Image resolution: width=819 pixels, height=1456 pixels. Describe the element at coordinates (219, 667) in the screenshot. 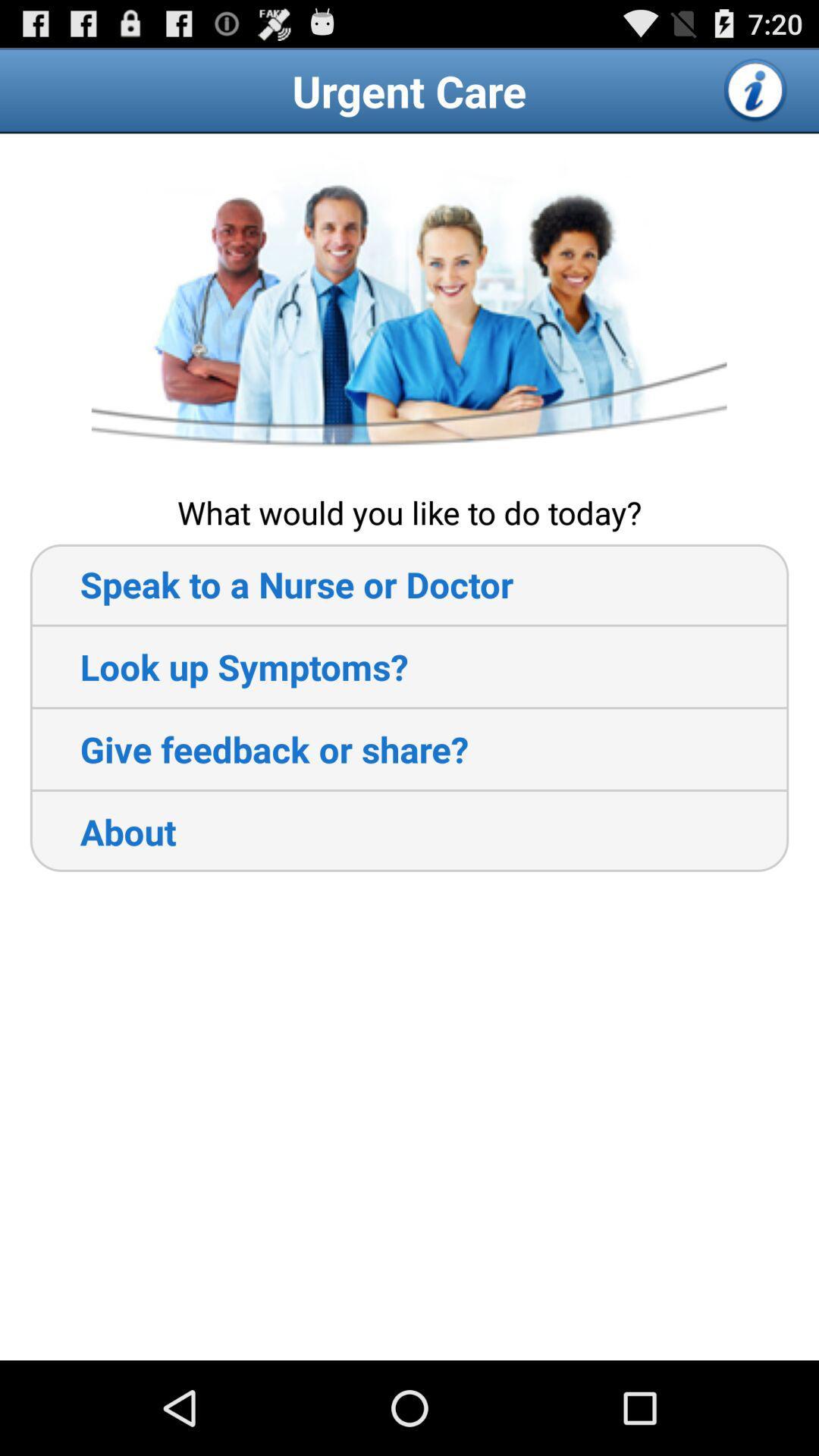

I see `app below speak to a icon` at that location.